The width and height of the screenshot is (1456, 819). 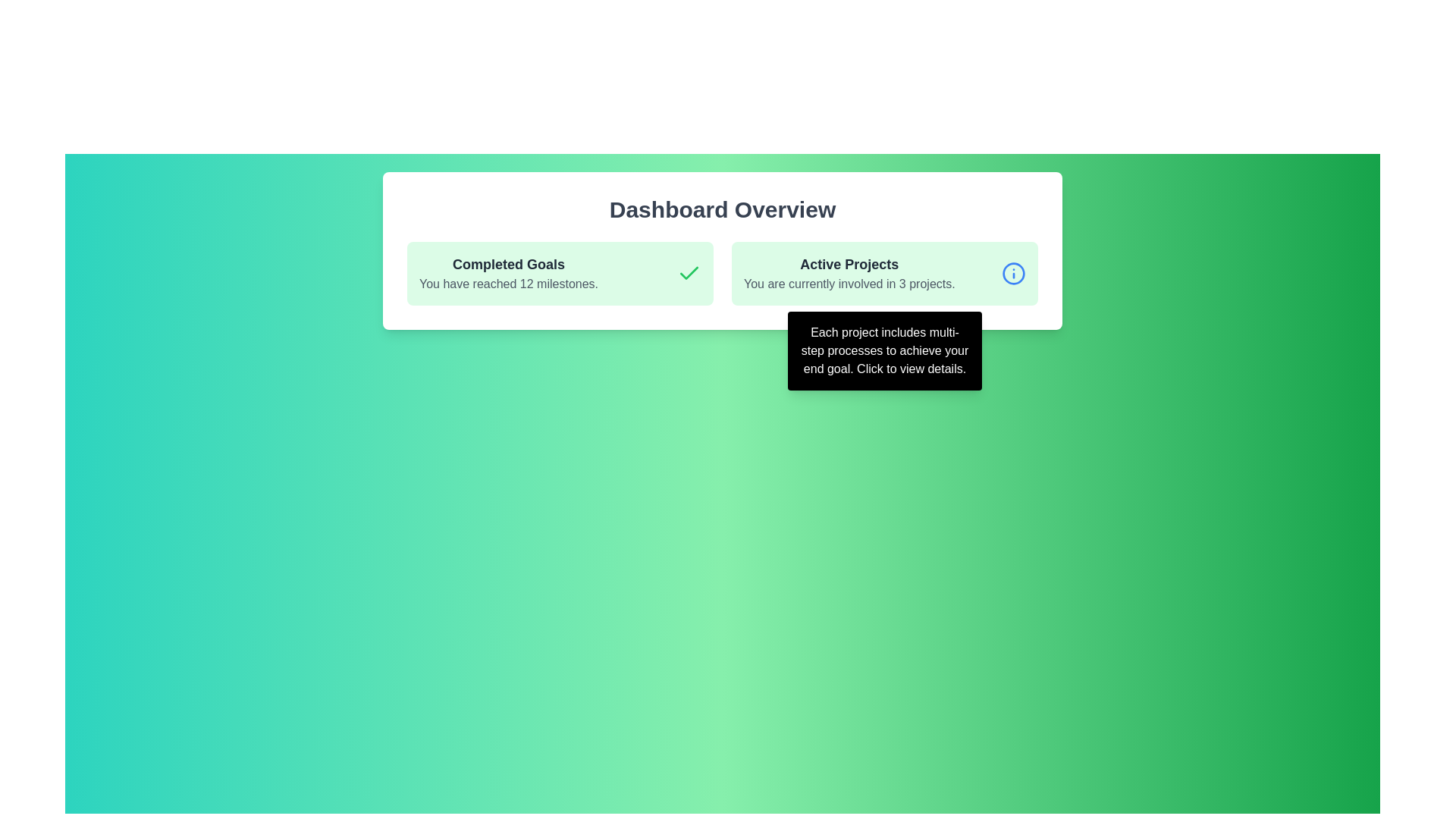 I want to click on information displayed in the tooltip located below the 'Active Projects' section, which provides additional details about the section, so click(x=884, y=350).